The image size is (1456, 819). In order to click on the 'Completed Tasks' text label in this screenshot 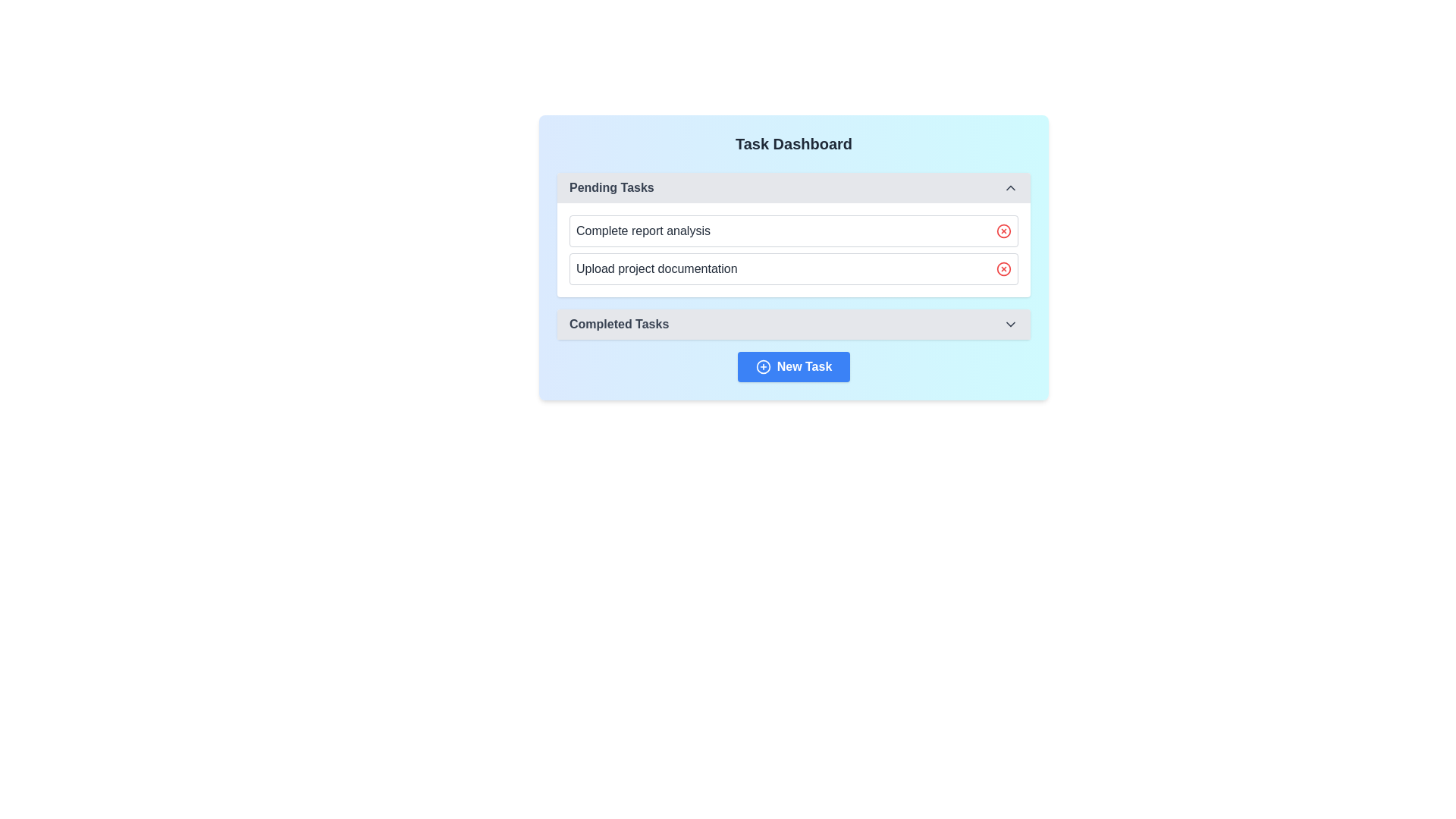, I will do `click(619, 324)`.